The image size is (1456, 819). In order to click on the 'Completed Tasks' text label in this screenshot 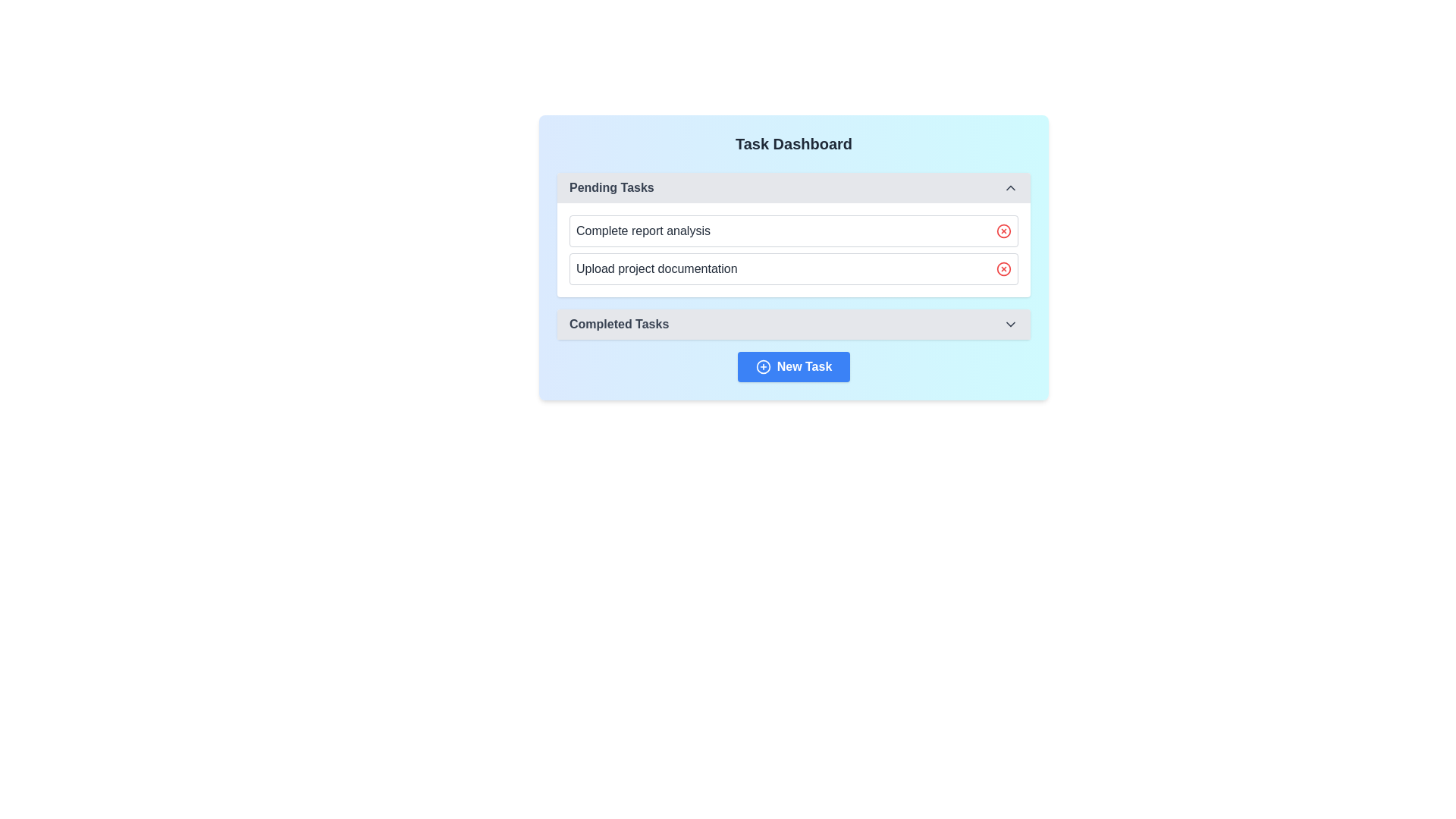, I will do `click(619, 324)`.